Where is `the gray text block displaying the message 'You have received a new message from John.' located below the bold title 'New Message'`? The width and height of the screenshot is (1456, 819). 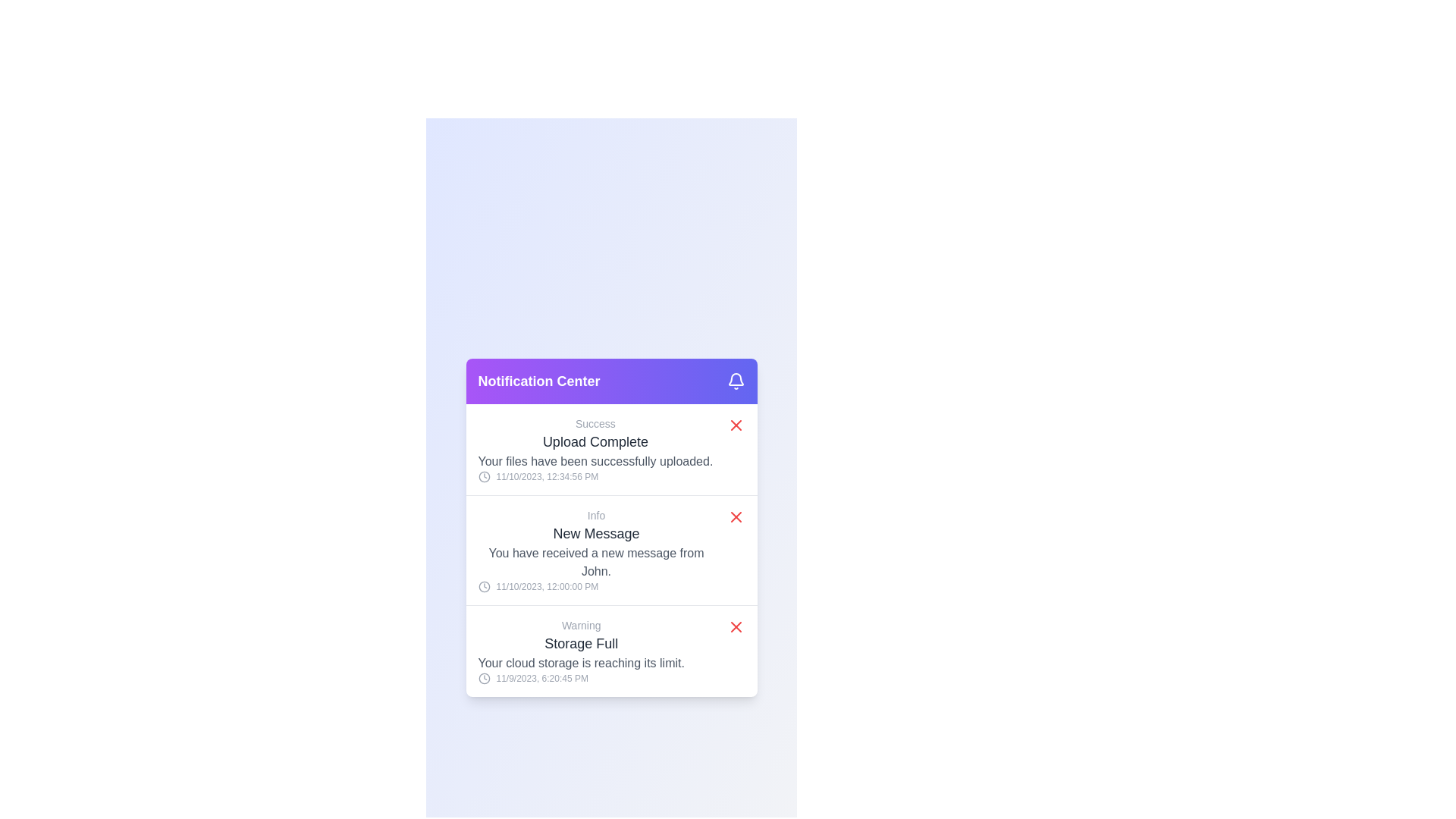 the gray text block displaying the message 'You have received a new message from John.' located below the bold title 'New Message' is located at coordinates (595, 562).